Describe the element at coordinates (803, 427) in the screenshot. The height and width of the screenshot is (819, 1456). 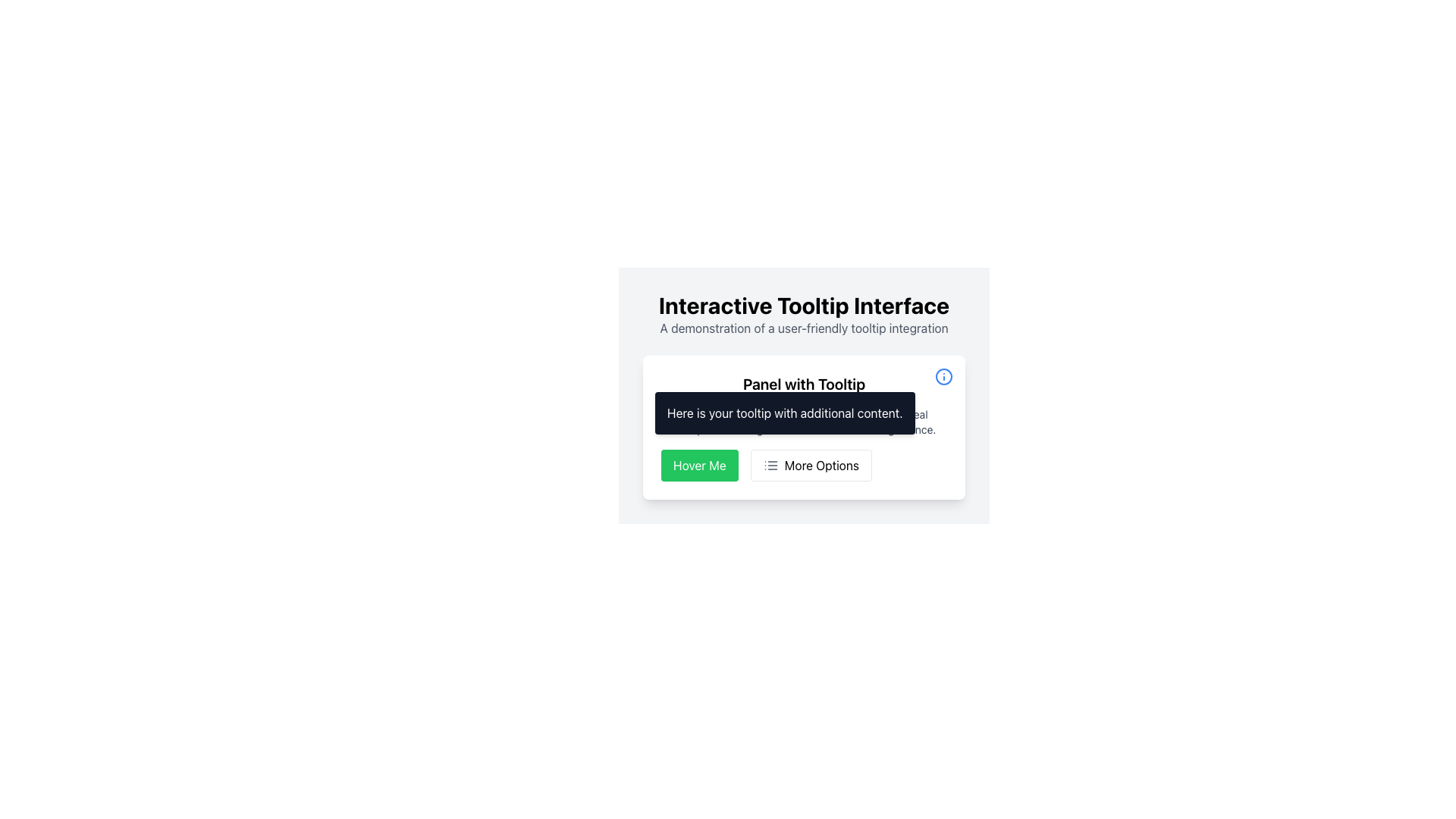
I see `the tooltip box containing the text 'Here is your tooltip with additional content.' which is styled with a dark background and white text, positioned centrally below the 'Panel with Tooltip' heading` at that location.